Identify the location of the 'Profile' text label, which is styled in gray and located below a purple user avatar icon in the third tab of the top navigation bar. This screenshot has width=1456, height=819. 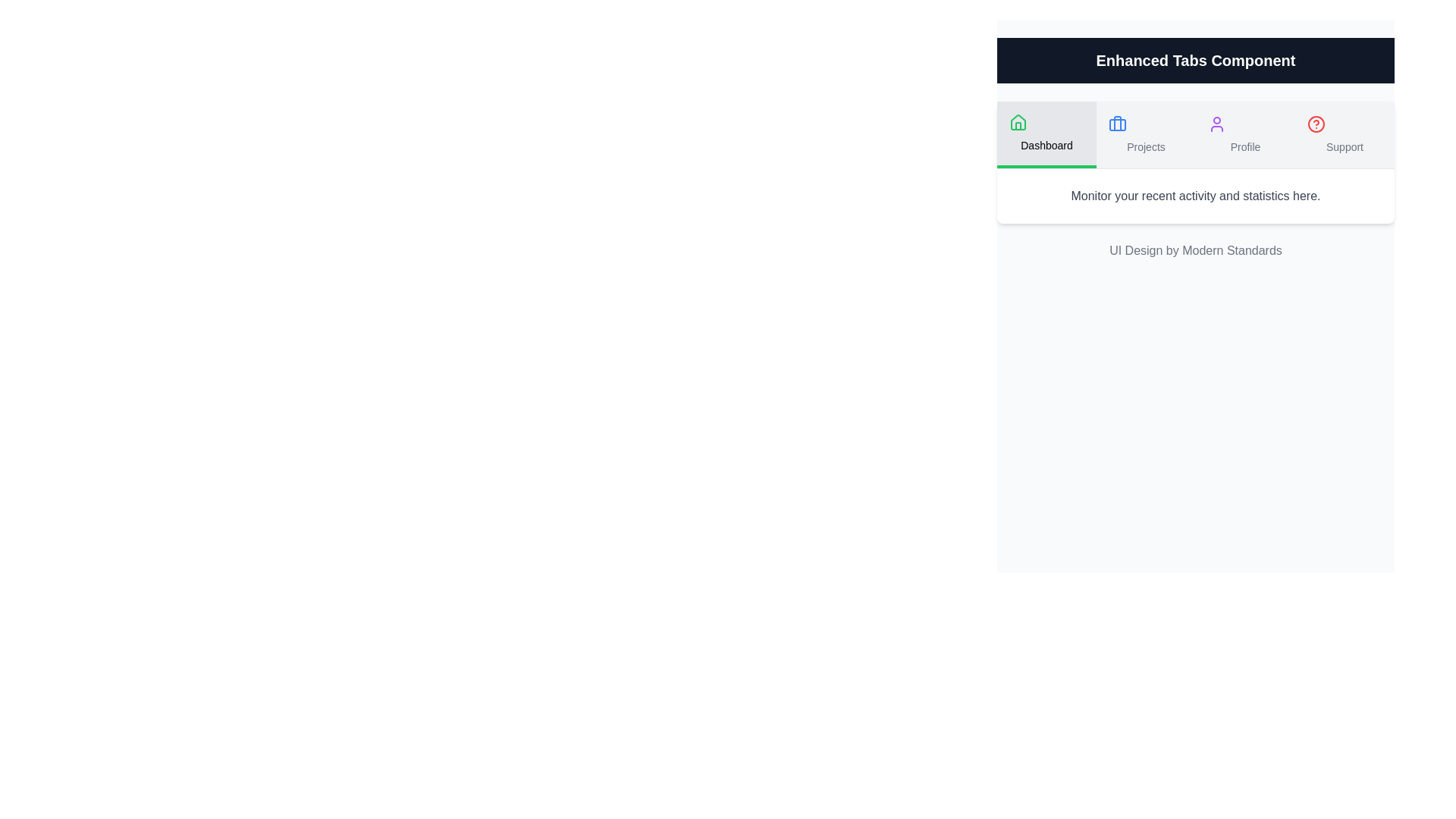
(1245, 146).